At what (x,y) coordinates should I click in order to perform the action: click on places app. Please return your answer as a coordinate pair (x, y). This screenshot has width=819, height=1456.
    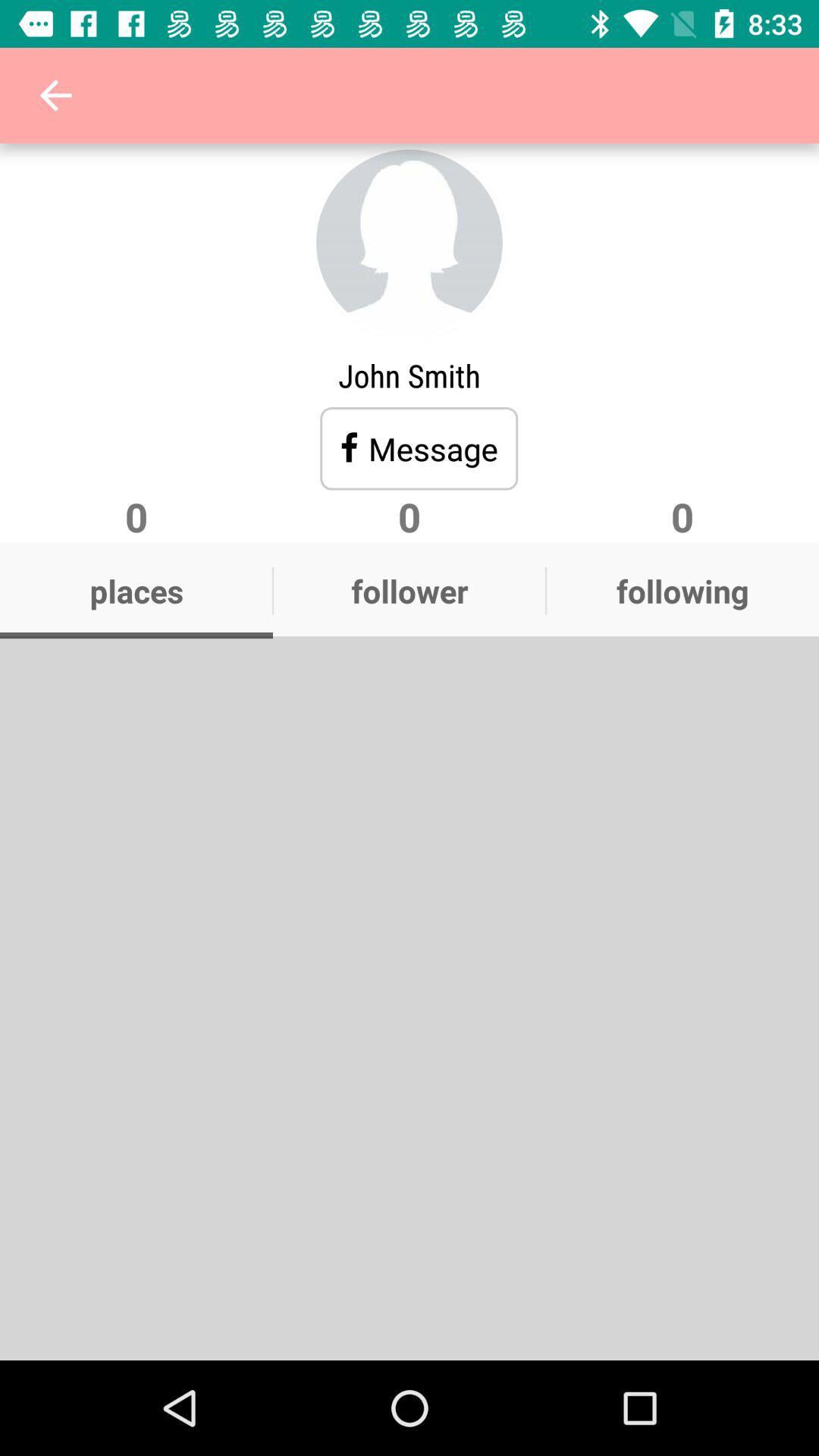
    Looking at the image, I should click on (136, 590).